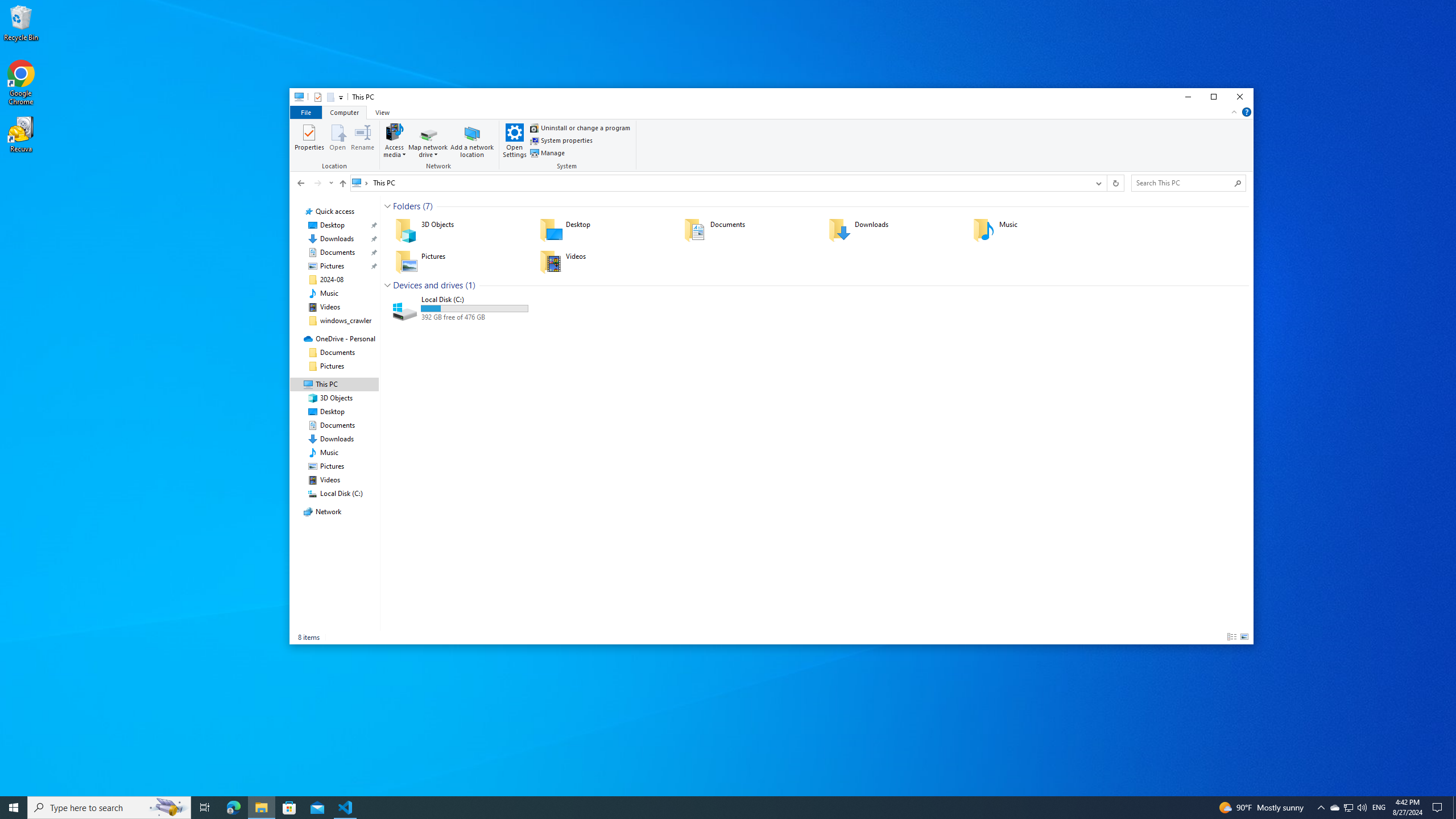 The width and height of the screenshot is (1456, 819). What do you see at coordinates (317, 183) in the screenshot?
I see `'Forward (Alt + Right Arrow)'` at bounding box center [317, 183].